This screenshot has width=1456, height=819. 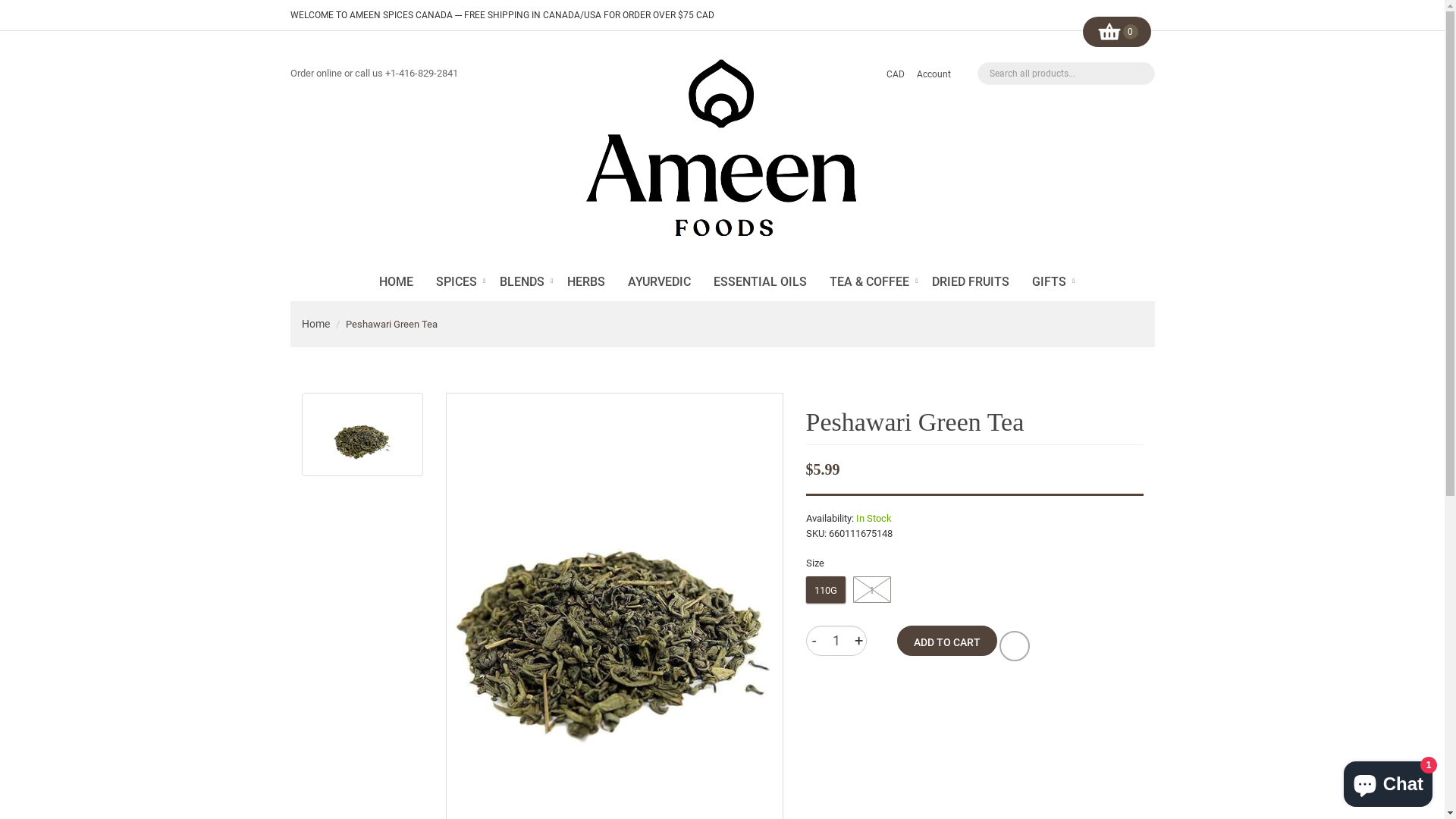 I want to click on 'ESSENTIAL OILS', so click(x=760, y=281).